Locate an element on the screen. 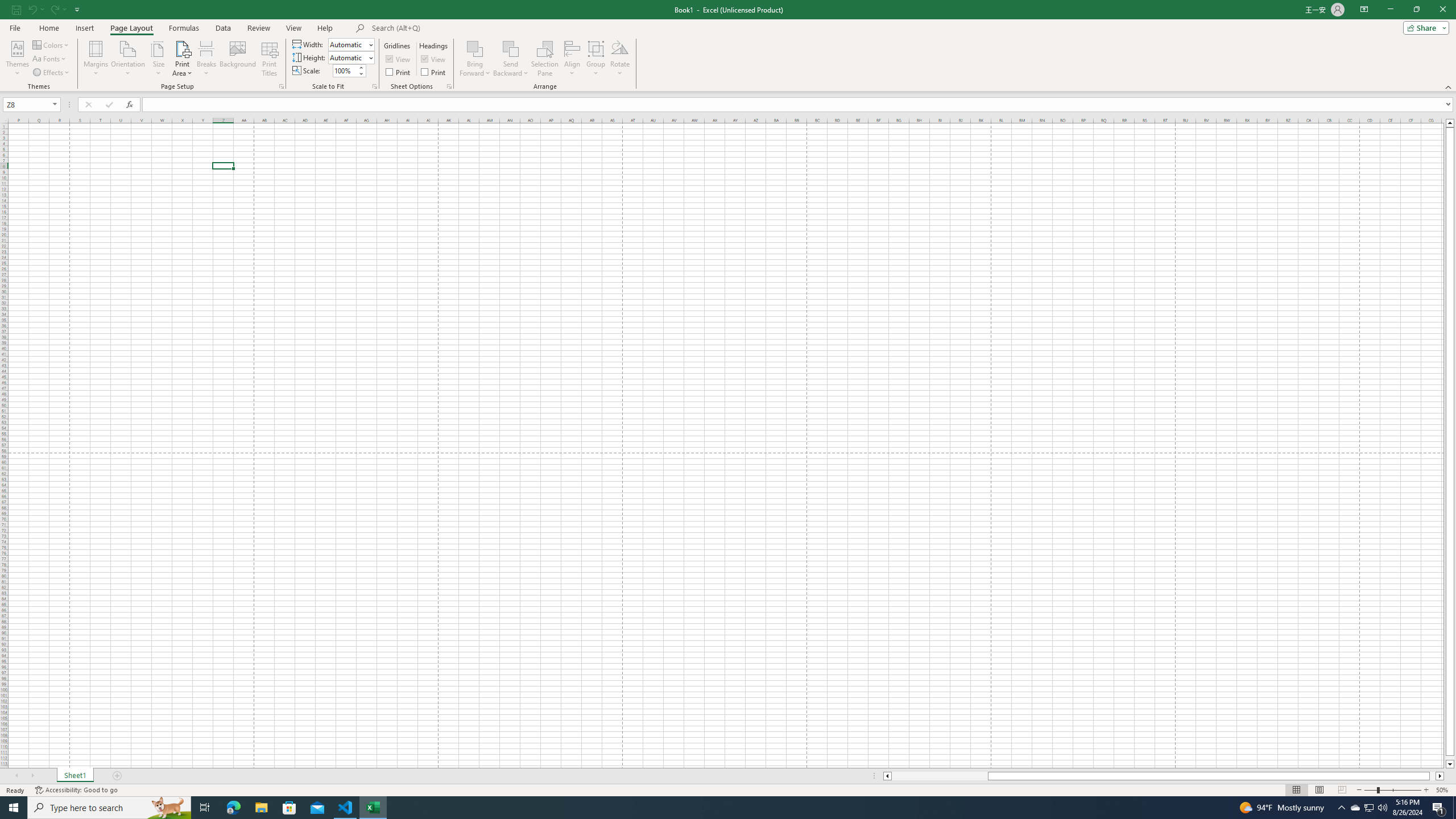 The image size is (1456, 819). 'Height' is located at coordinates (348, 57).